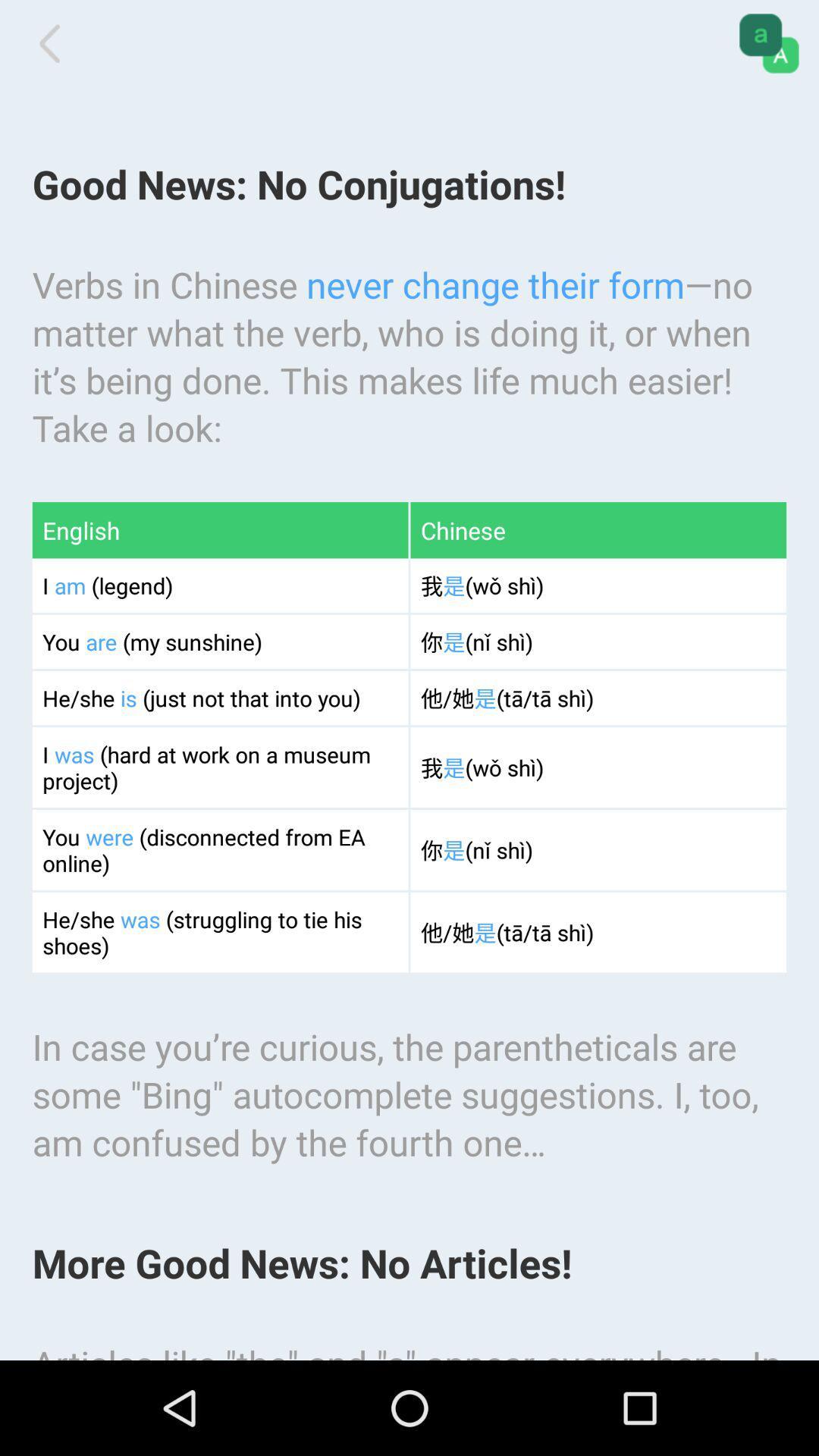 Image resolution: width=819 pixels, height=1456 pixels. Describe the element at coordinates (769, 46) in the screenshot. I see `the font icon` at that location.